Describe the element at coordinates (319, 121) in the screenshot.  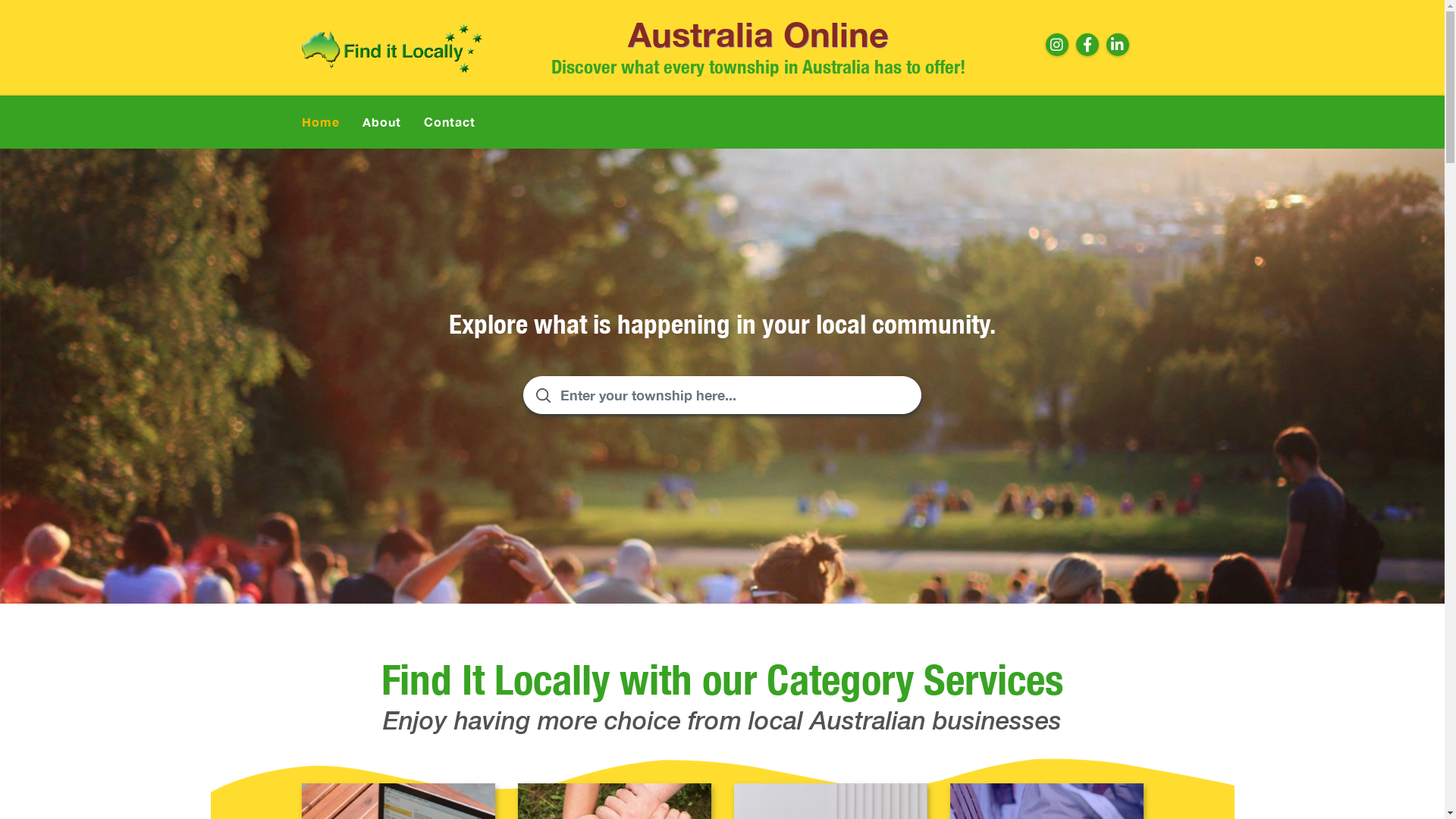
I see `'Home'` at that location.